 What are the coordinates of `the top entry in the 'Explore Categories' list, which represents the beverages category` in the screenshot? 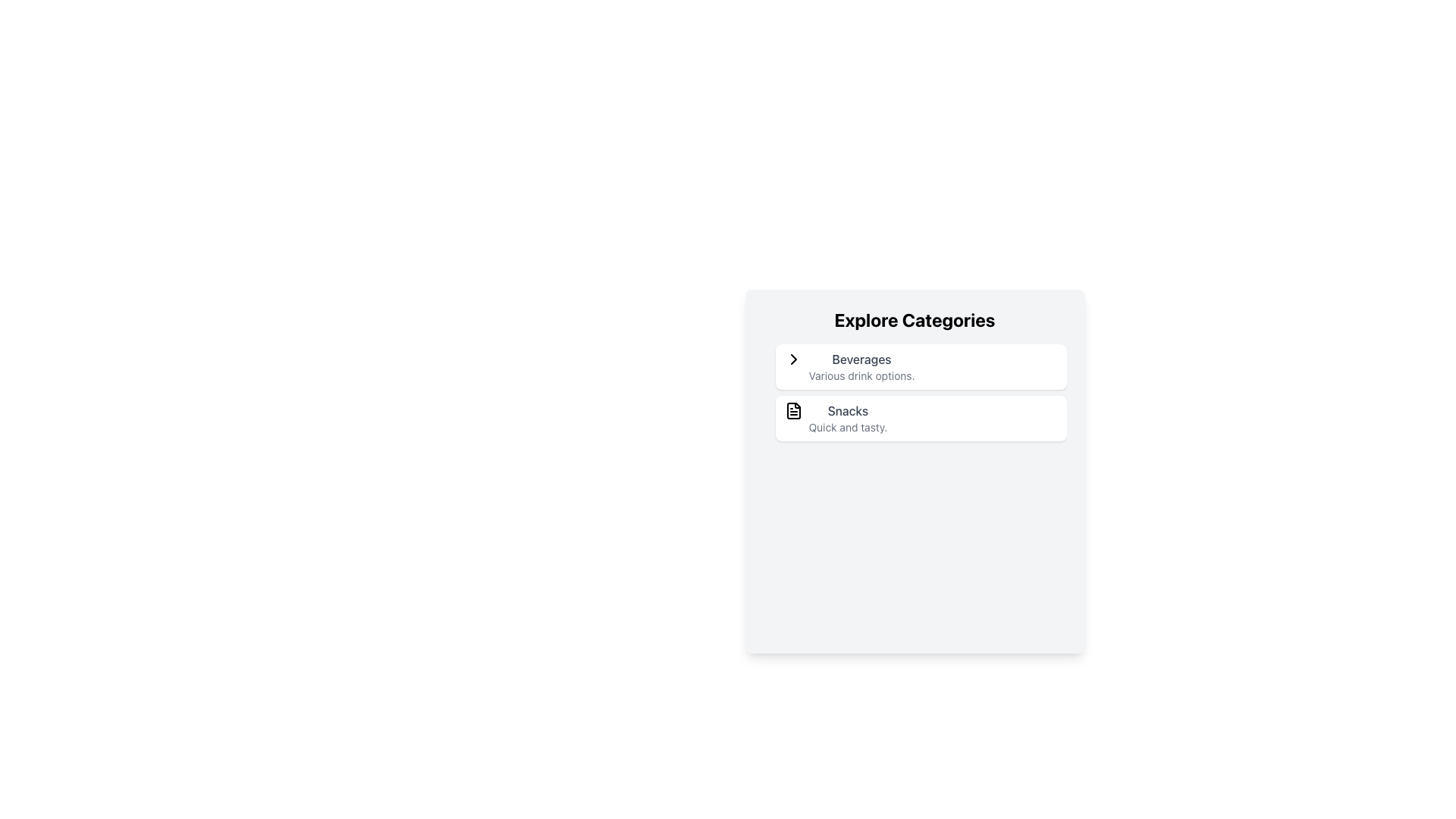 It's located at (920, 366).